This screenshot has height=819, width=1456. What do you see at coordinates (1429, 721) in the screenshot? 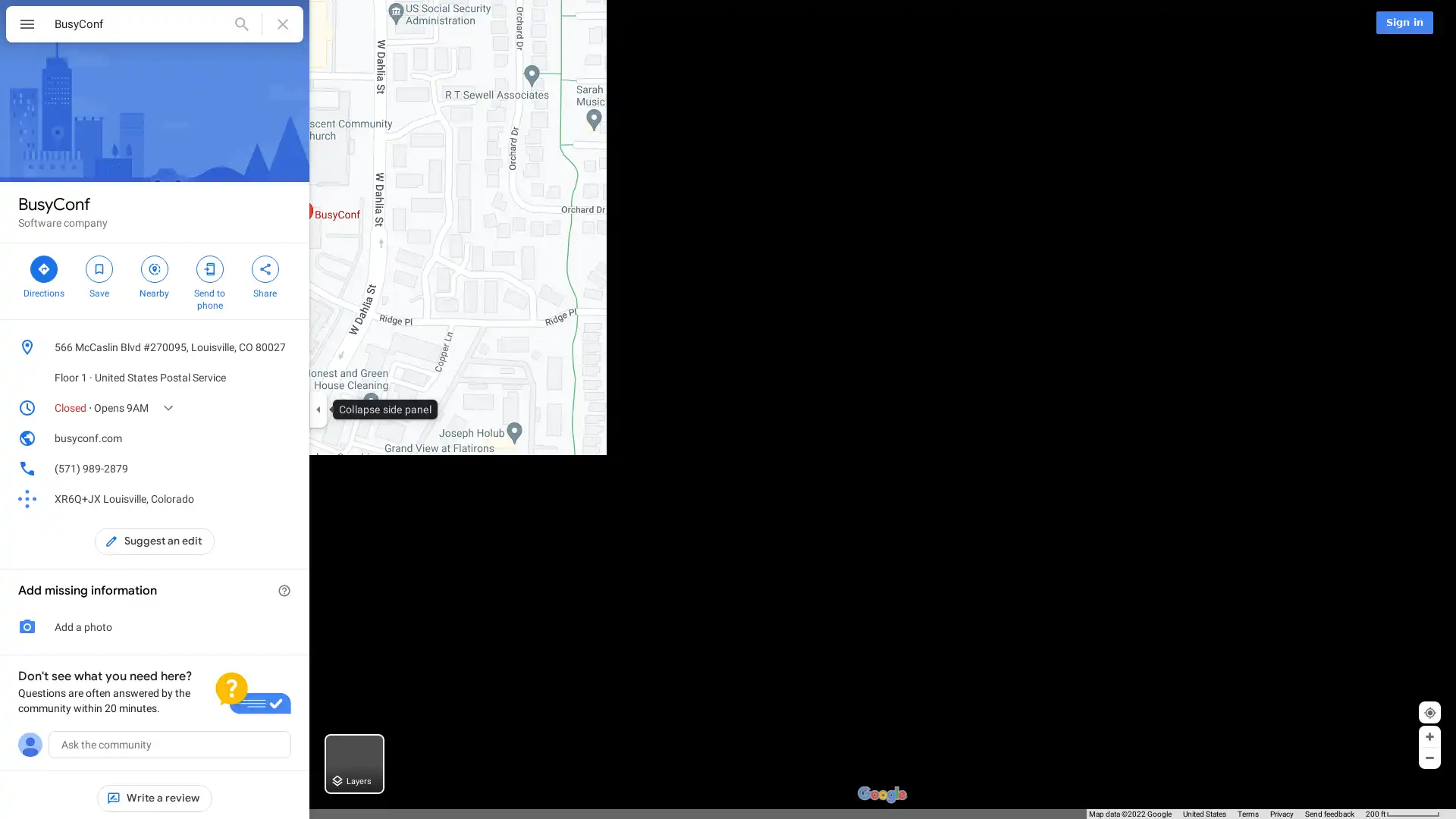
I see `Show Your Location` at bounding box center [1429, 721].